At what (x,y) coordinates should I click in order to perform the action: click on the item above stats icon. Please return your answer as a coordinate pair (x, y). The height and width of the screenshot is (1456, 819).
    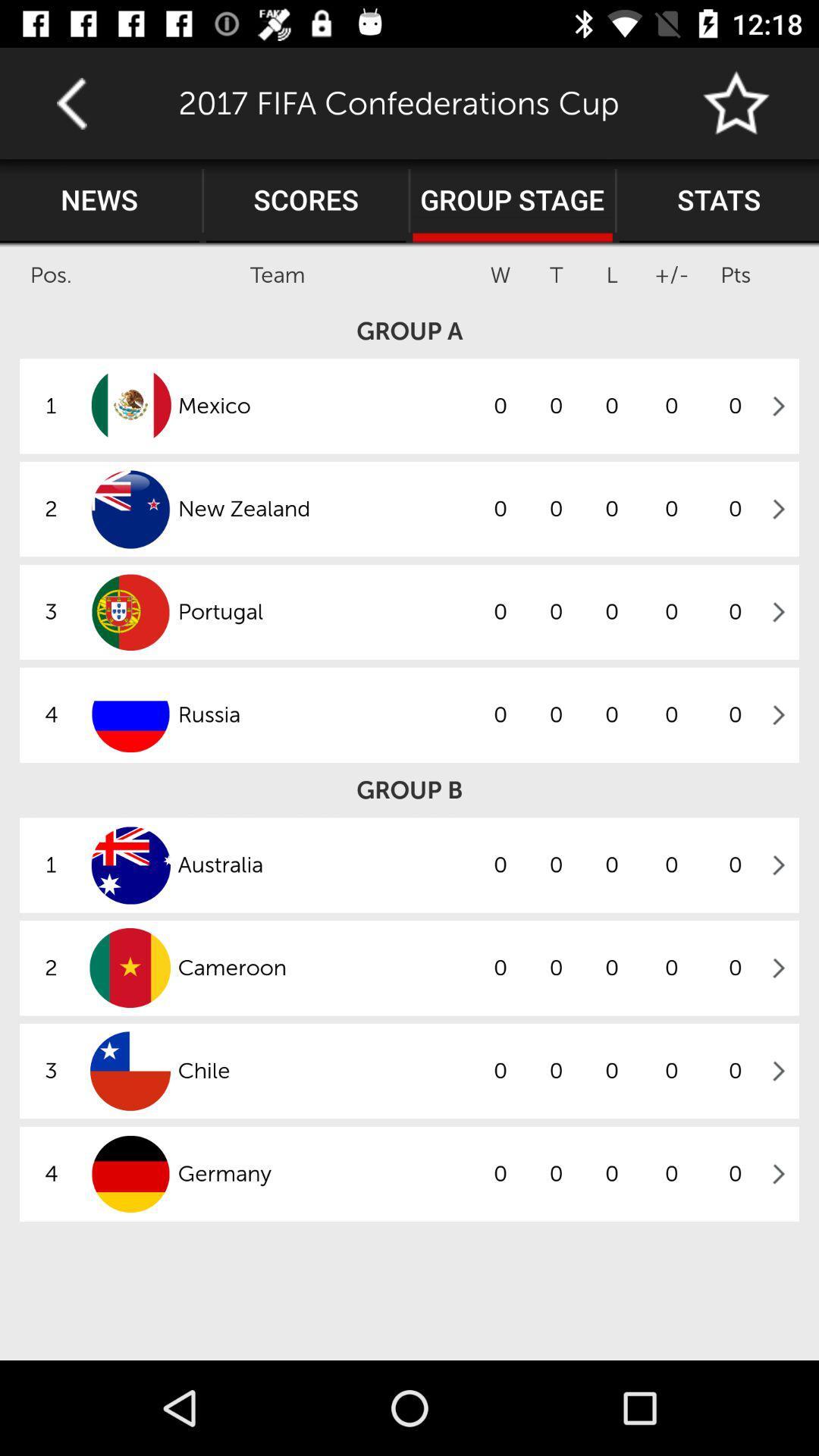
    Looking at the image, I should click on (736, 102).